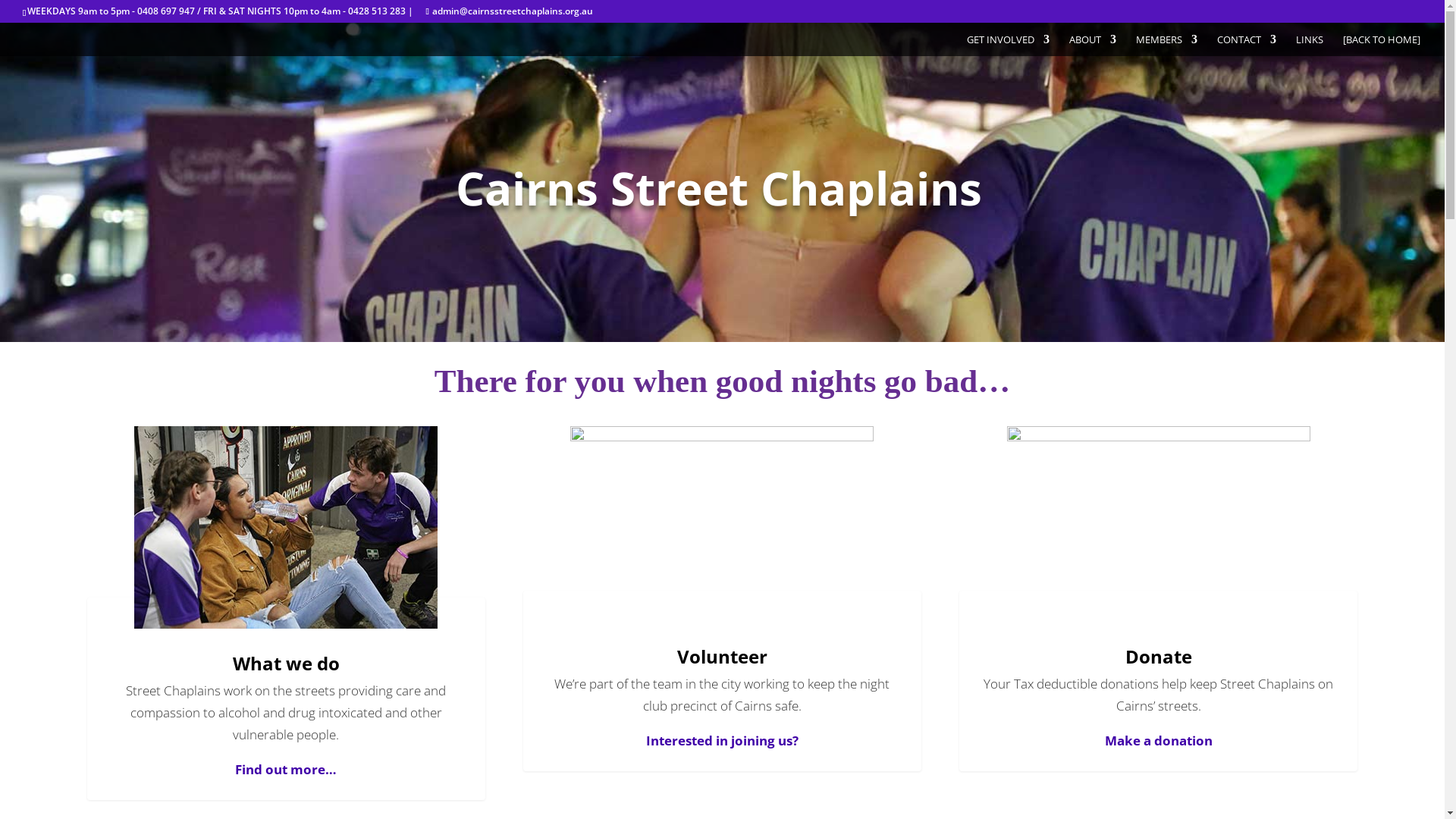  I want to click on 'Make a donation', so click(1157, 739).